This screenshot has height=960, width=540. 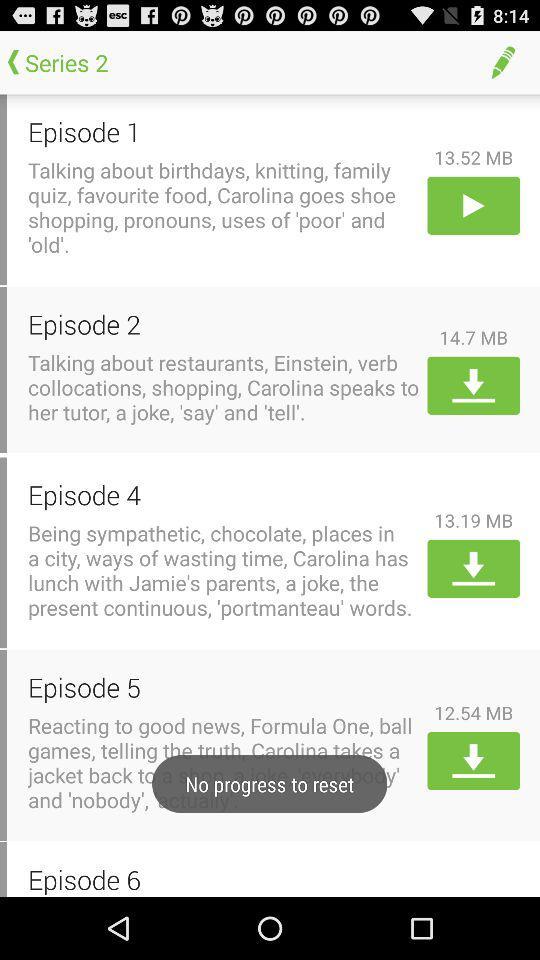 I want to click on 14.7 mb icon, so click(x=472, y=337).